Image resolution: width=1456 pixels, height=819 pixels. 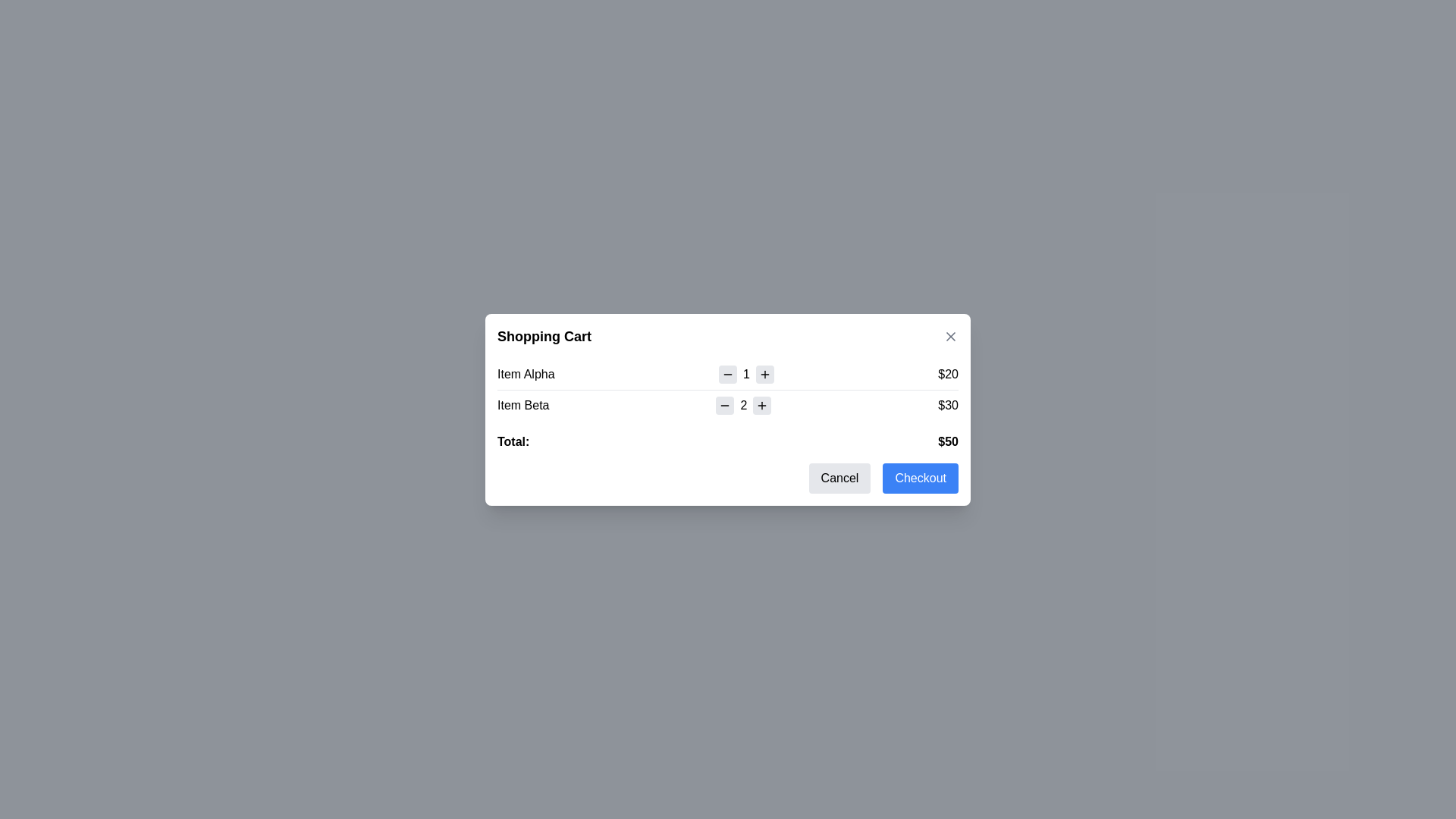 I want to click on the bold number '2' in the quantity adjustment controls for 'Item Beta', so click(x=743, y=404).